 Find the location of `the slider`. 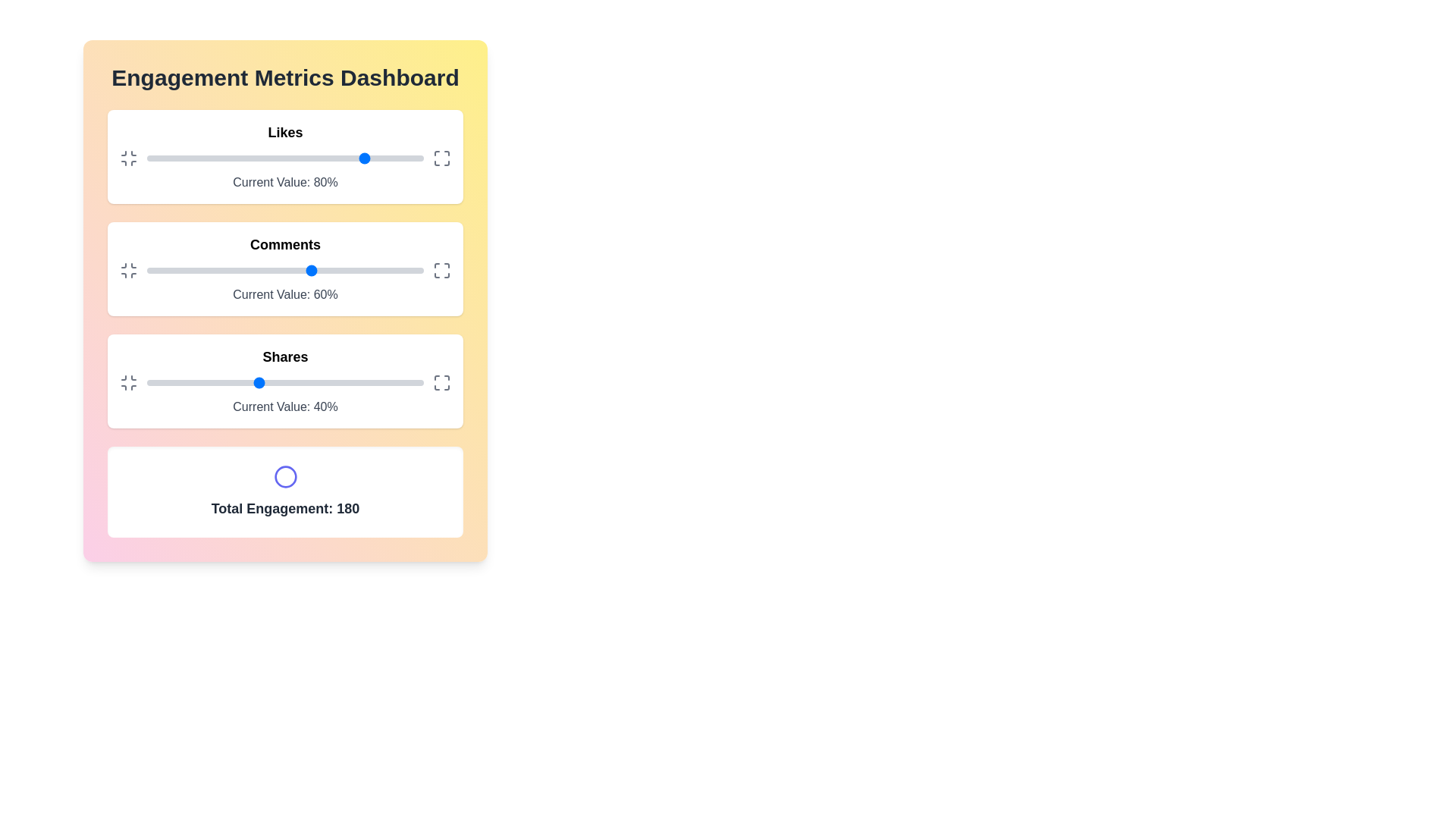

the slider is located at coordinates (234, 158).